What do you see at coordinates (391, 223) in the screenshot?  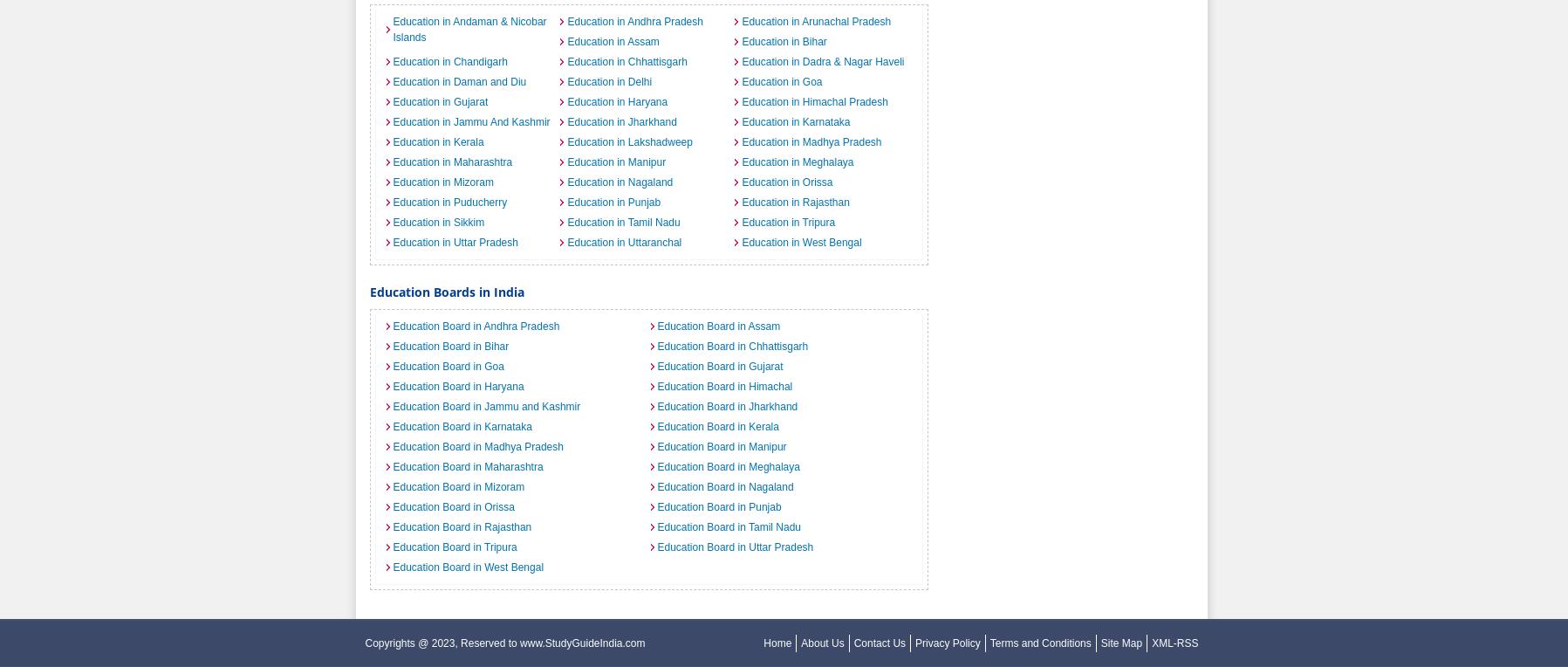 I see `'Education in Sikkim'` at bounding box center [391, 223].